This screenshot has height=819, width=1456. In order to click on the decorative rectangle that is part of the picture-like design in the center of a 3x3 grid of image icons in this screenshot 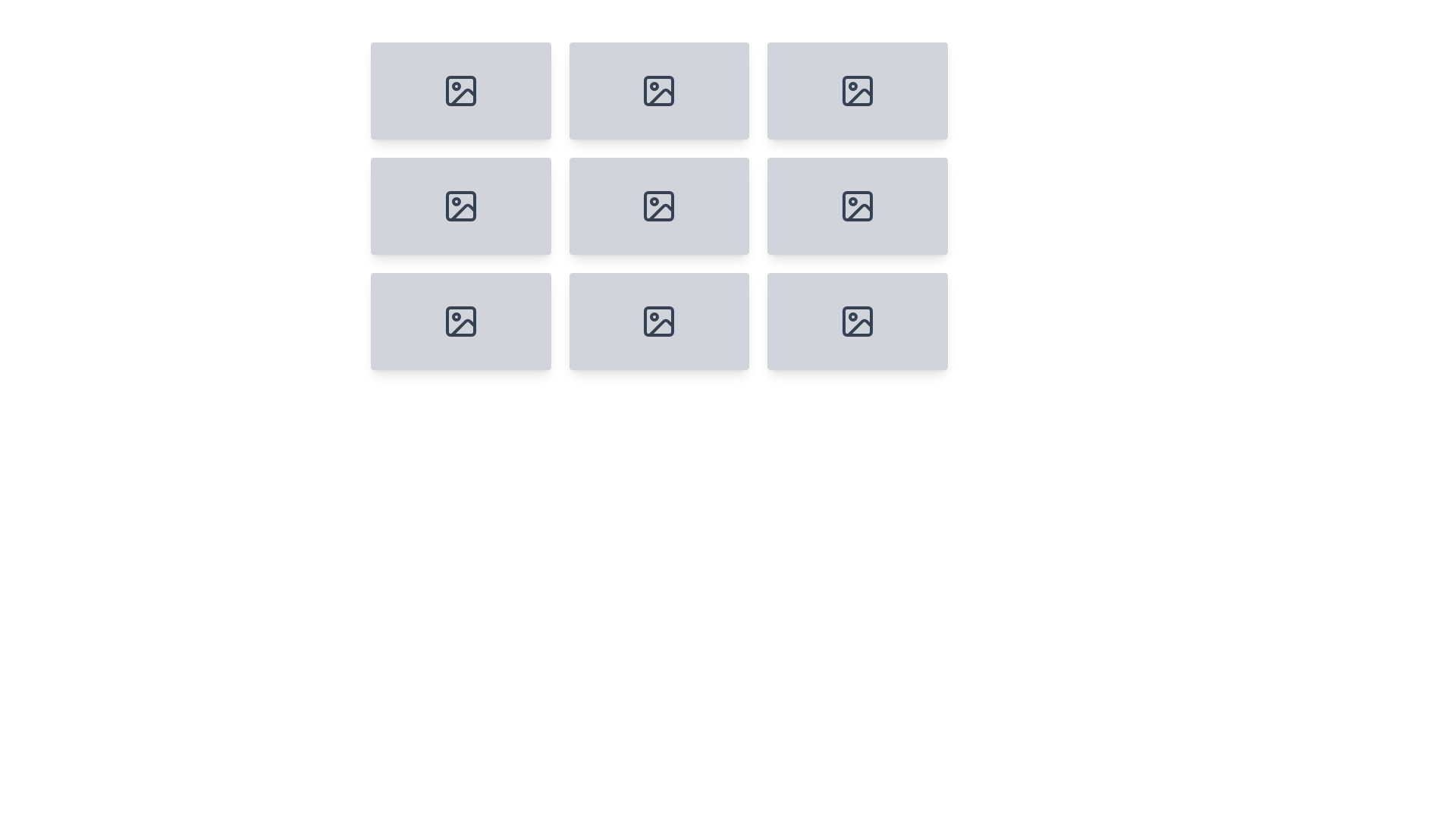, I will do `click(659, 206)`.